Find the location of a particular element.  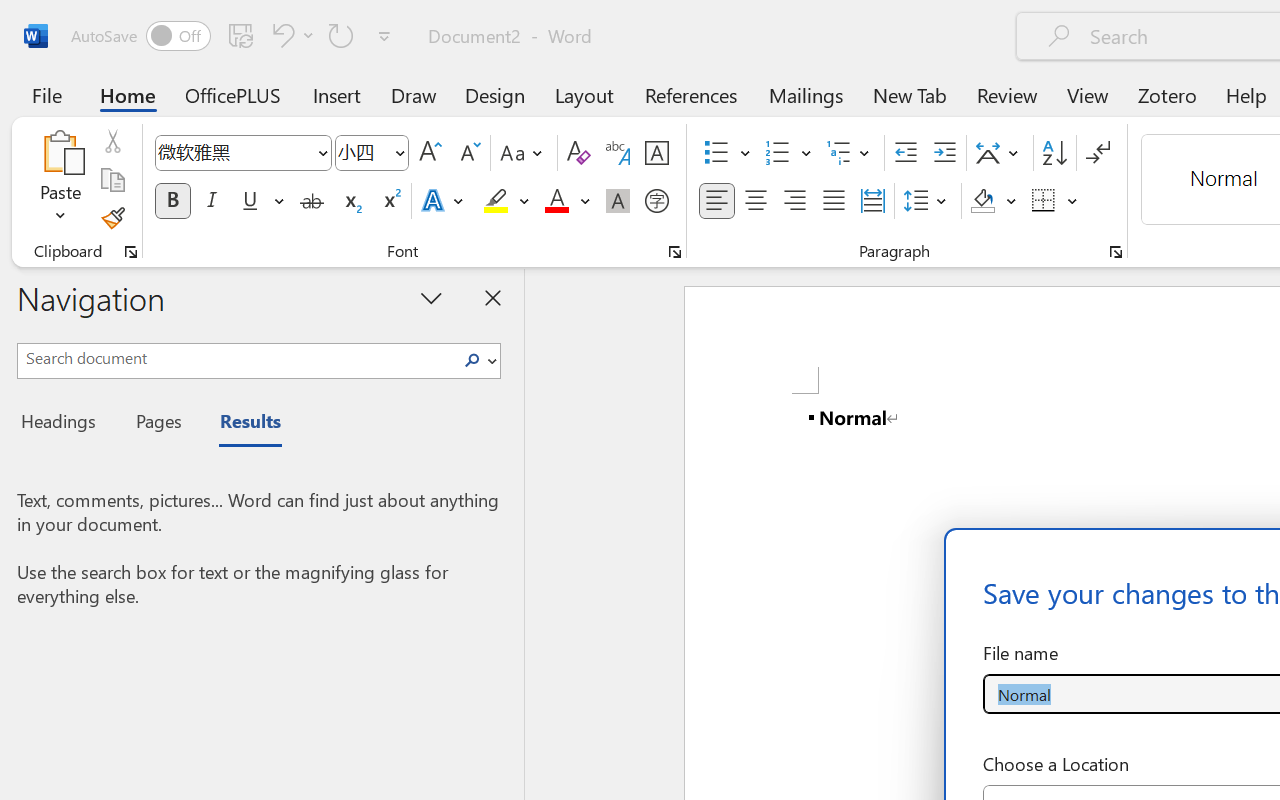

'Repeat Style' is located at coordinates (341, 34).